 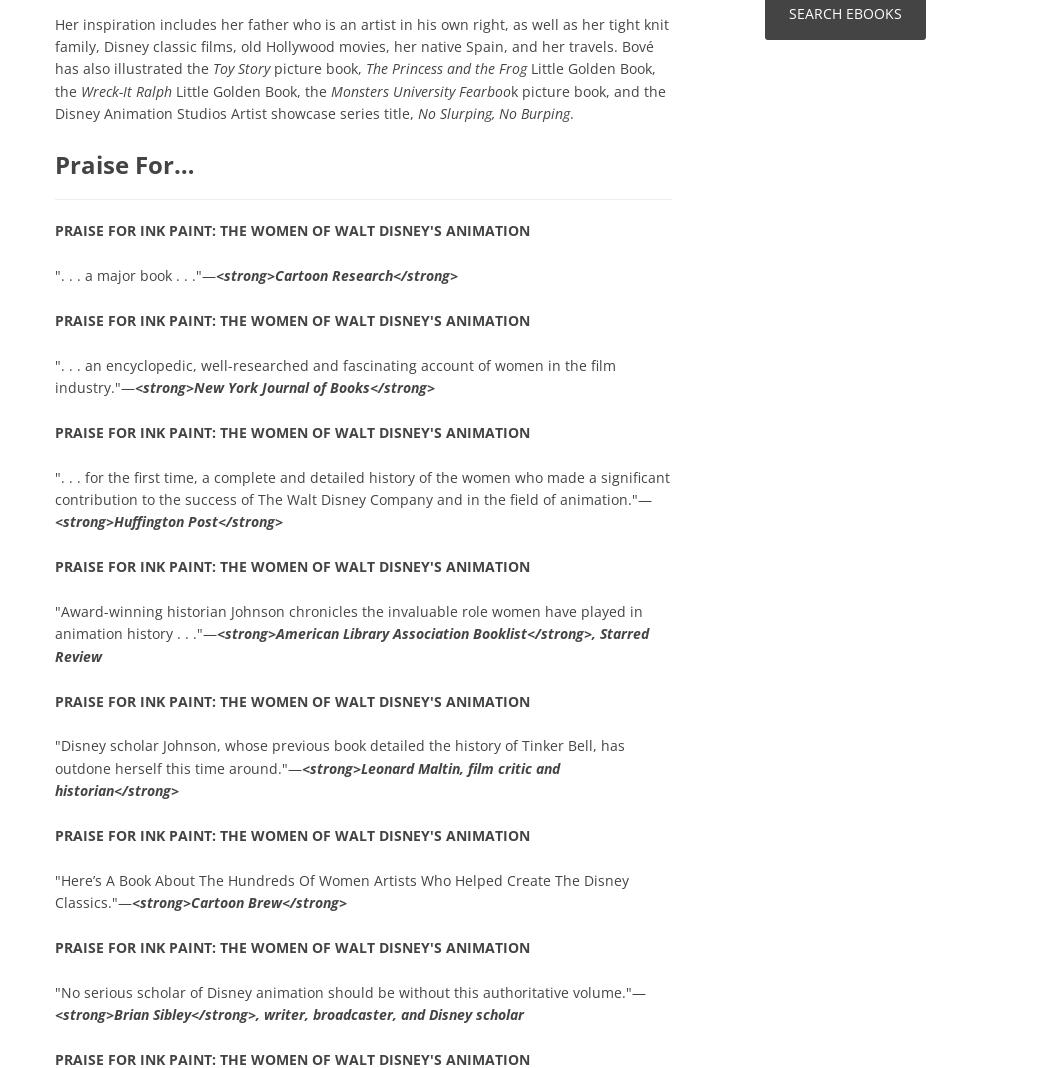 I want to click on '<strong>Brian Sibley</strong>, writer, broadcaster, and Disney scholar', so click(x=288, y=1014).